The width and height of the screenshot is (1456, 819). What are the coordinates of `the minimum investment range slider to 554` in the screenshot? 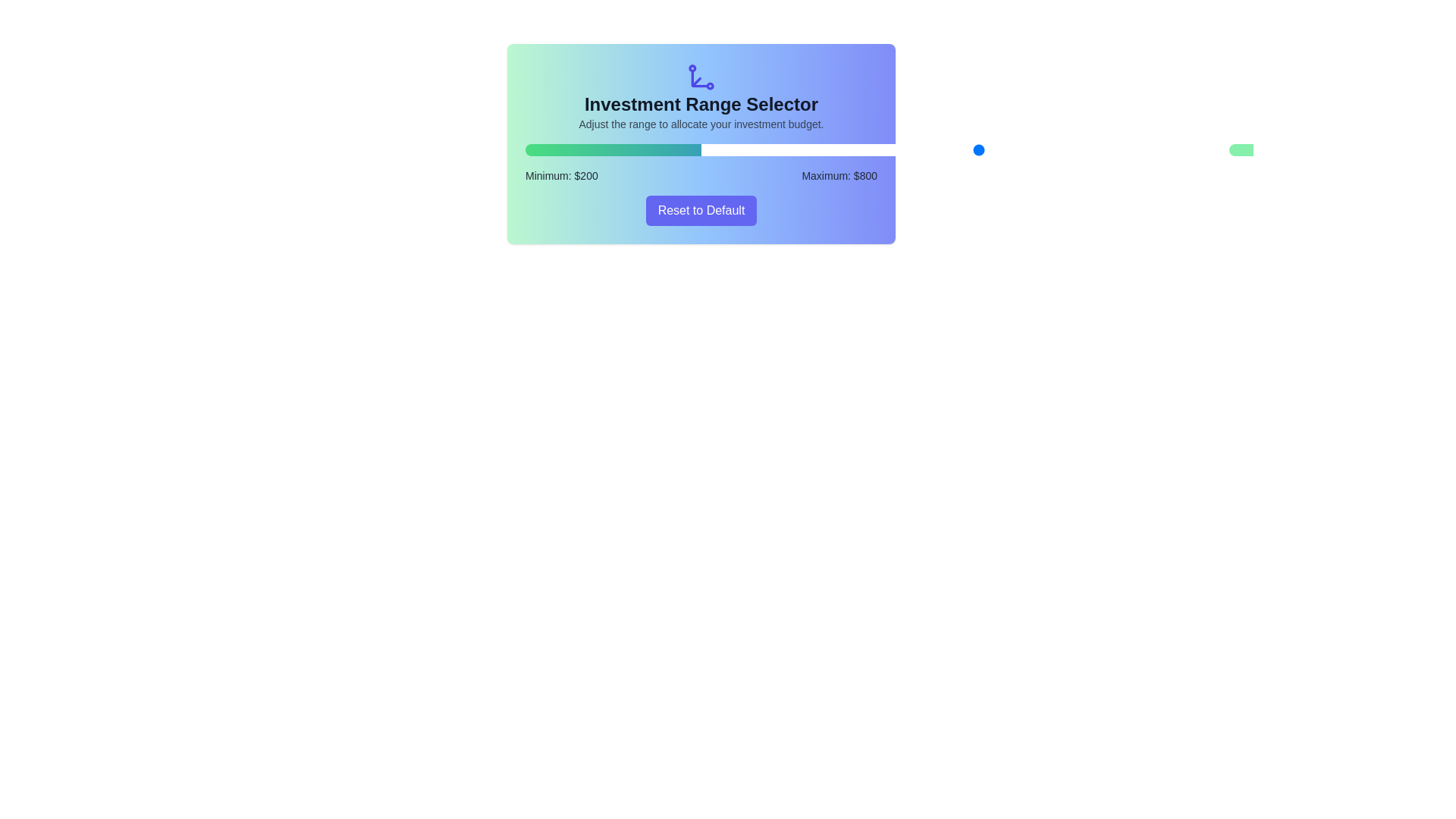 It's located at (896, 149).